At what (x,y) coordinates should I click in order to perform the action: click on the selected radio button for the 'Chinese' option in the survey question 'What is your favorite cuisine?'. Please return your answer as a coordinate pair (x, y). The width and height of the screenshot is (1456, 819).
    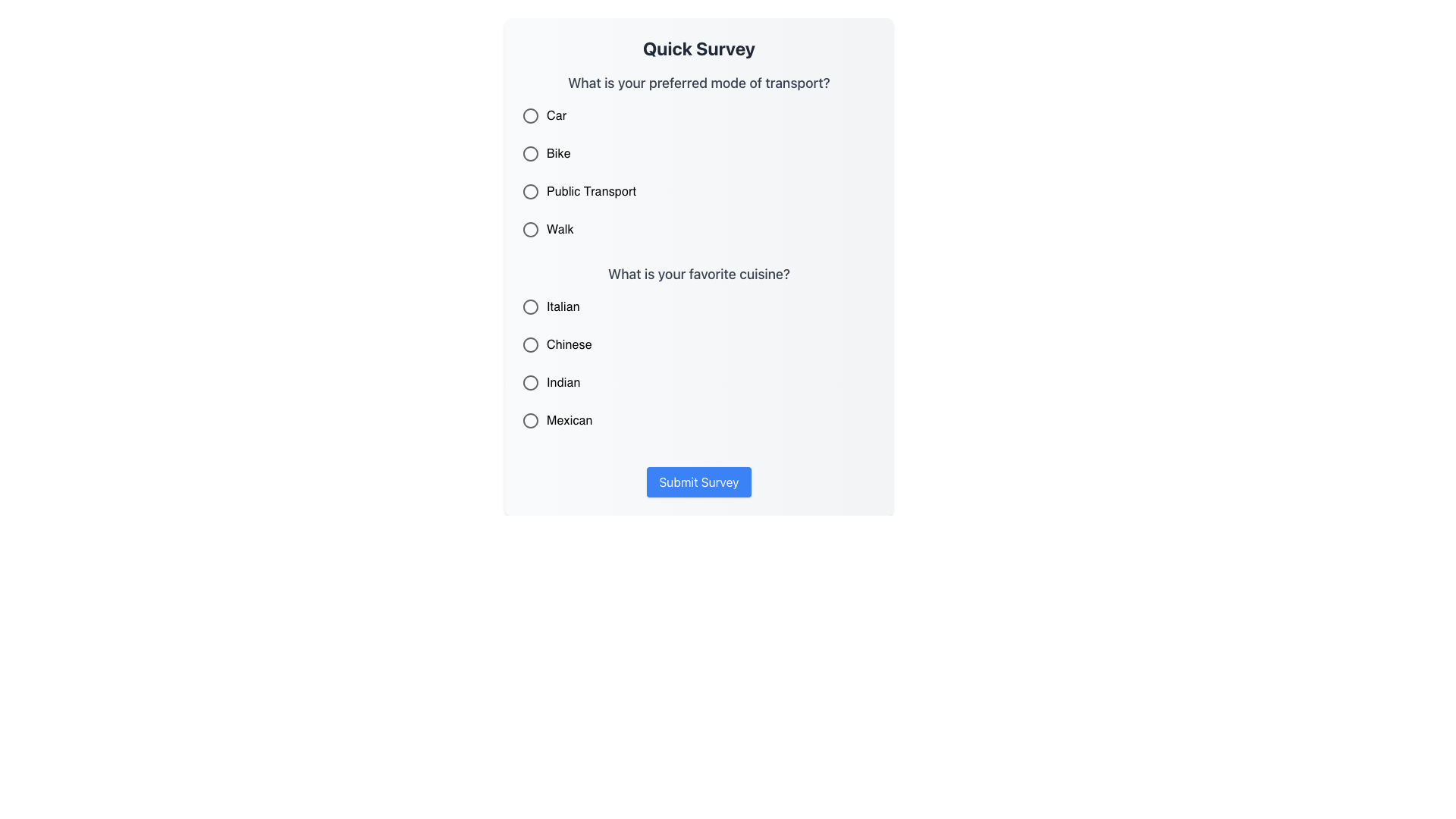
    Looking at the image, I should click on (531, 345).